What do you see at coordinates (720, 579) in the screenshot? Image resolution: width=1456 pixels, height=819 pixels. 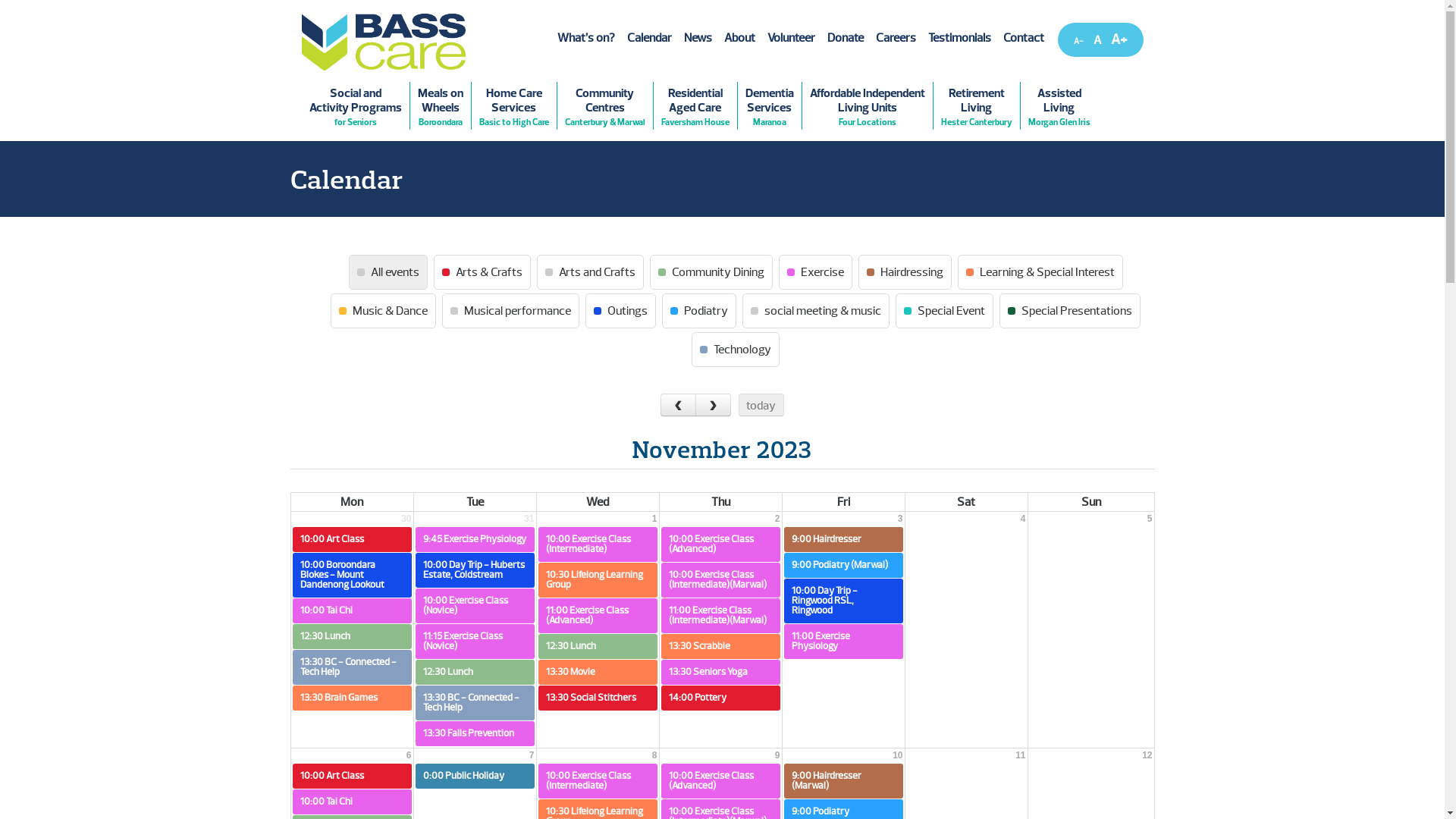 I see `'10:00 Exercise Class (Intermediate)(Marwal)` at bounding box center [720, 579].